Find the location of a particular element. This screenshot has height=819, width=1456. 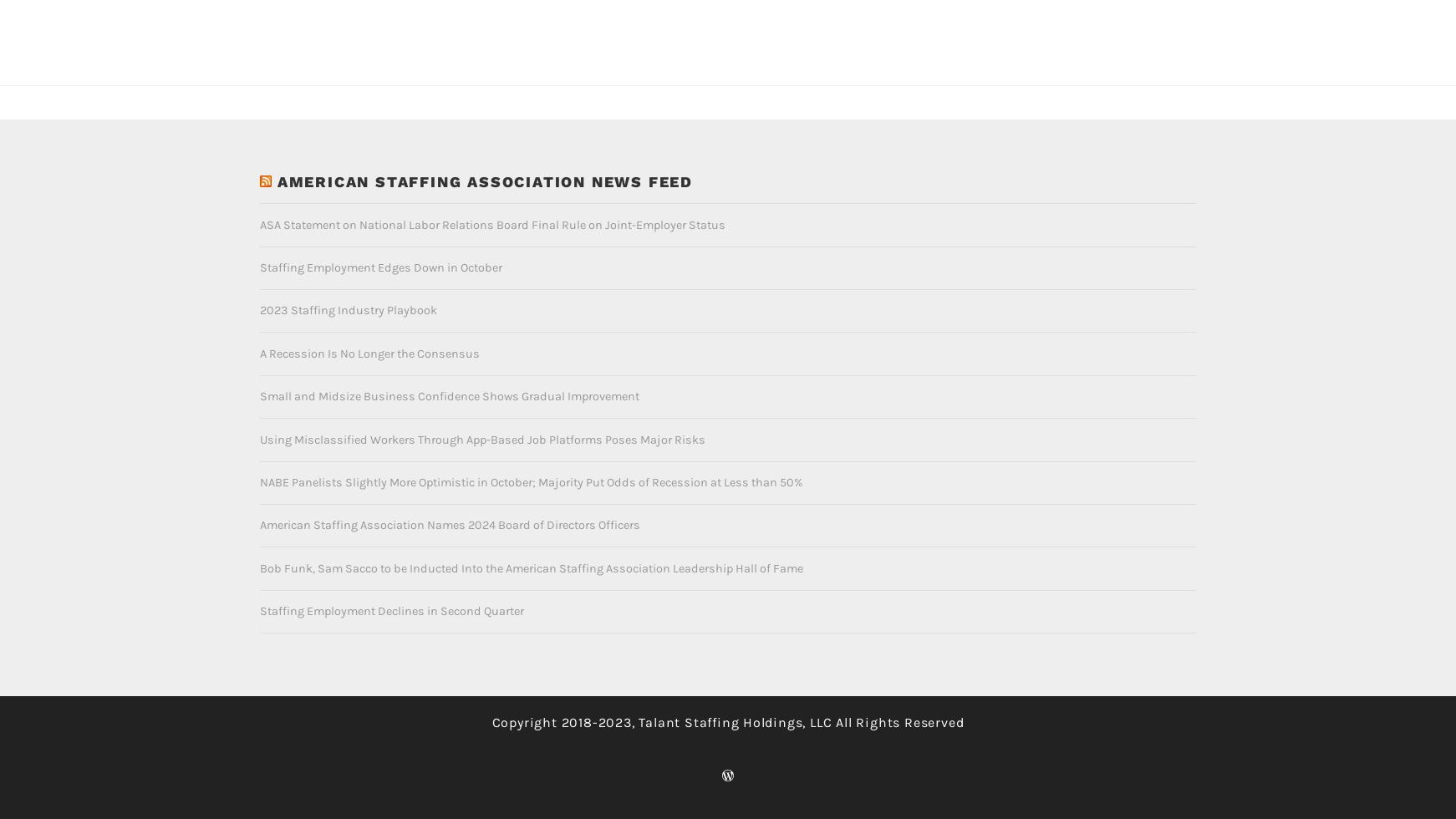

'American Staffing Association Names 2024 Board of Directors Officers' is located at coordinates (450, 498).